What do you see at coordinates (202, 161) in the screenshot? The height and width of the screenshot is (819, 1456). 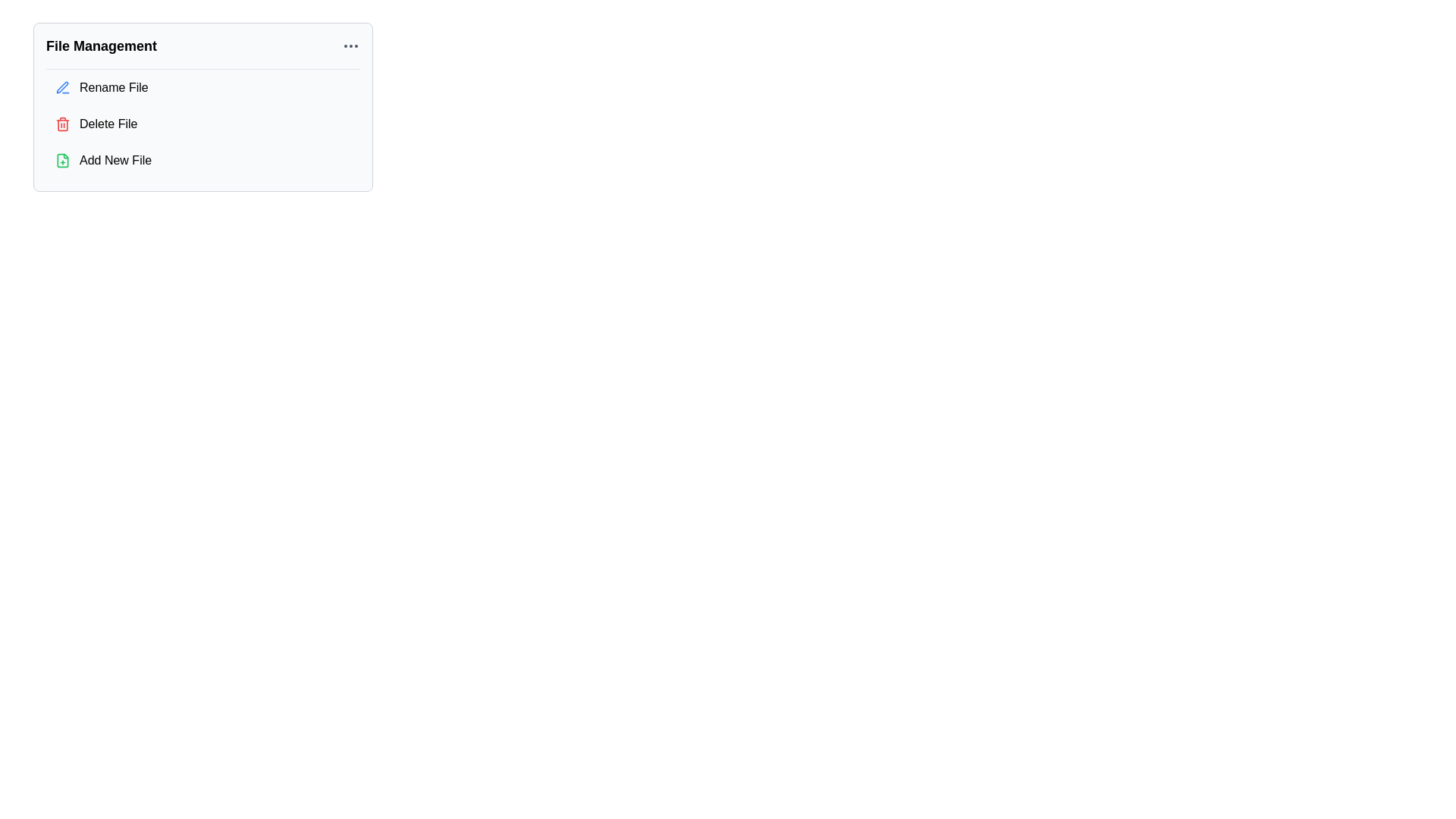 I see `the 'Add New File' option to create a new file` at bounding box center [202, 161].